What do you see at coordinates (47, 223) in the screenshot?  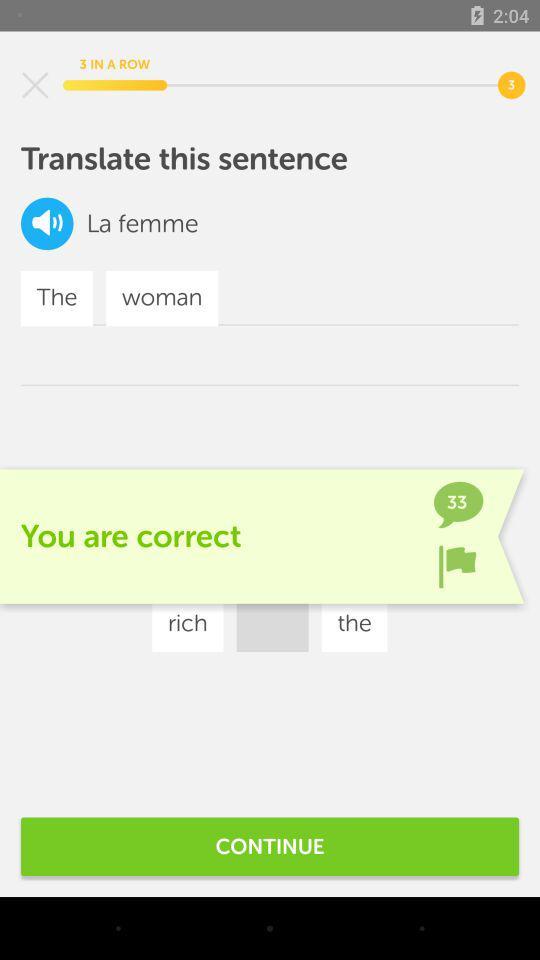 I see `the volume icon` at bounding box center [47, 223].